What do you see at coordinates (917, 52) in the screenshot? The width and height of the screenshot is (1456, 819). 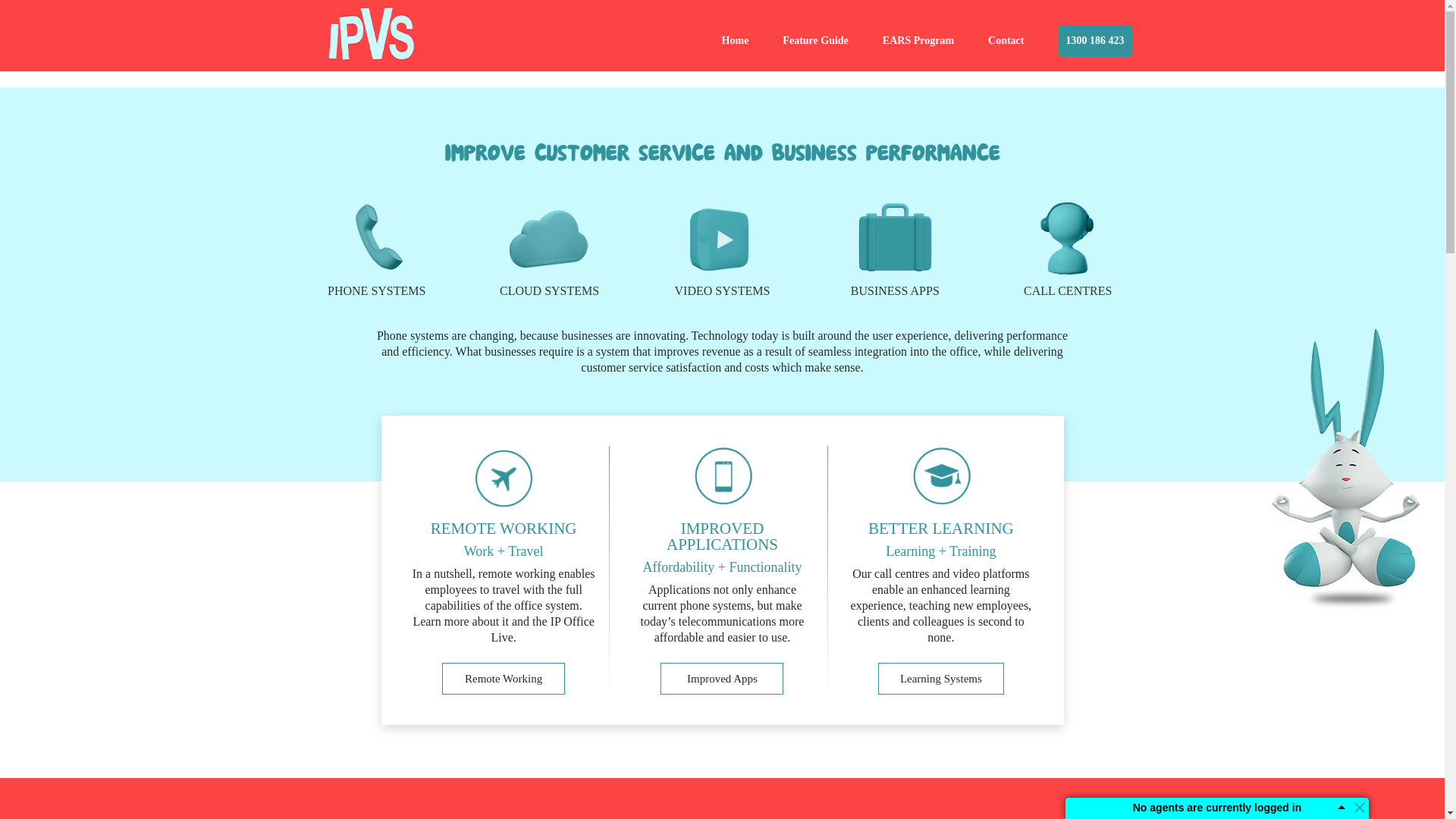 I see `'EARS Program'` at bounding box center [917, 52].